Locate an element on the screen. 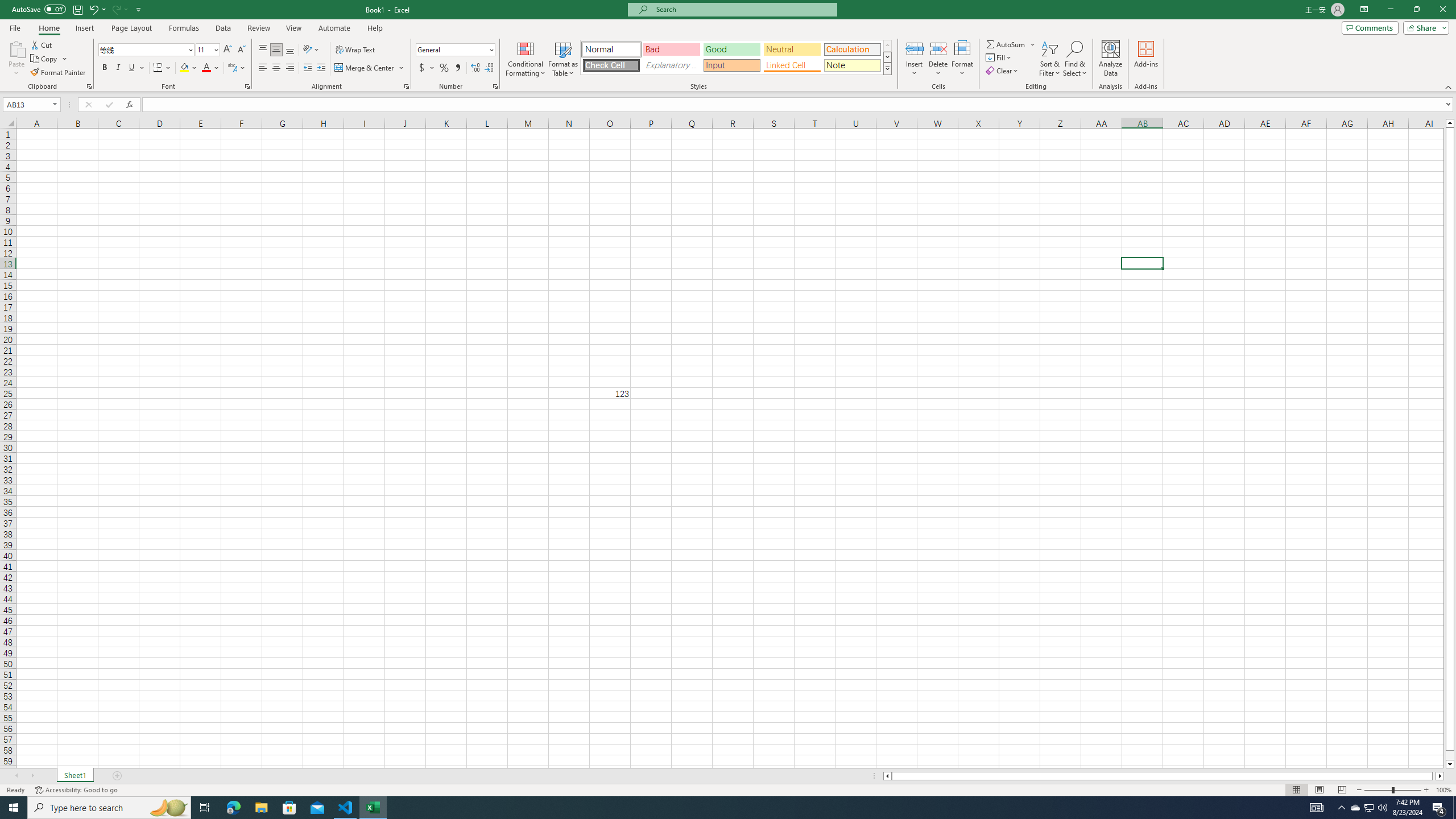 The height and width of the screenshot is (819, 1456). 'Column right' is located at coordinates (1440, 775).